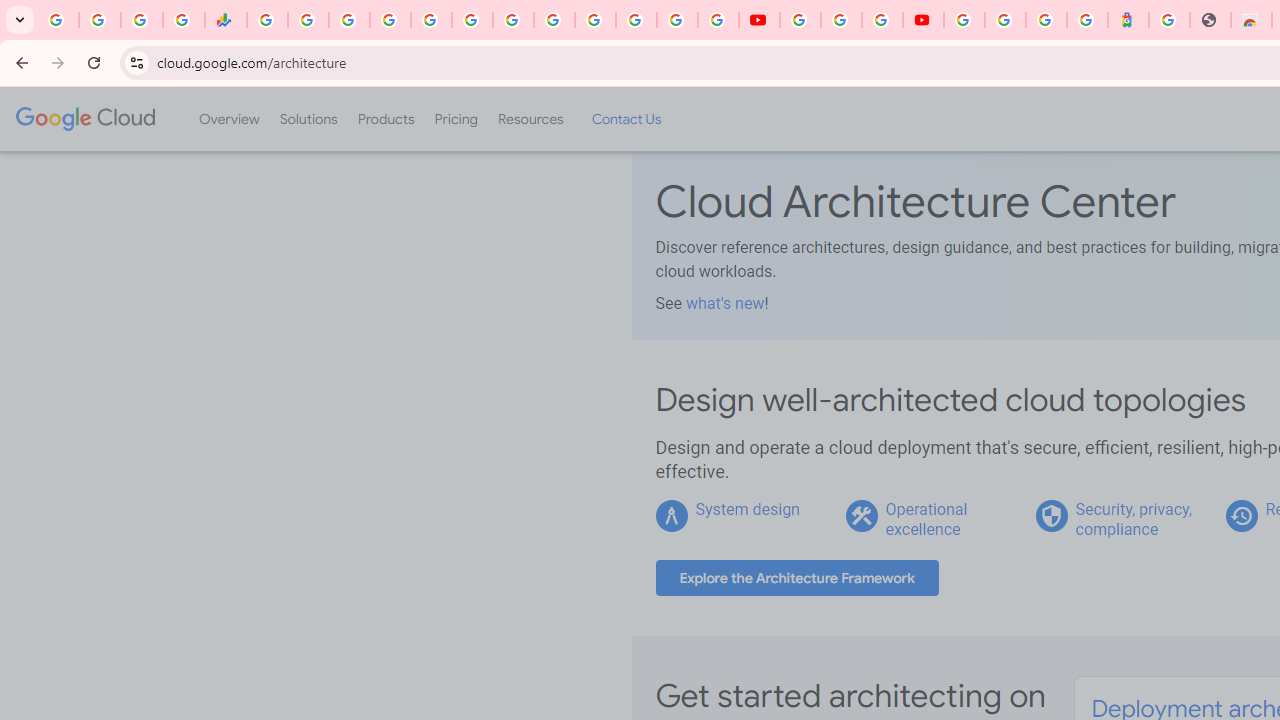 The width and height of the screenshot is (1280, 720). What do you see at coordinates (746, 508) in the screenshot?
I see `'System design'` at bounding box center [746, 508].